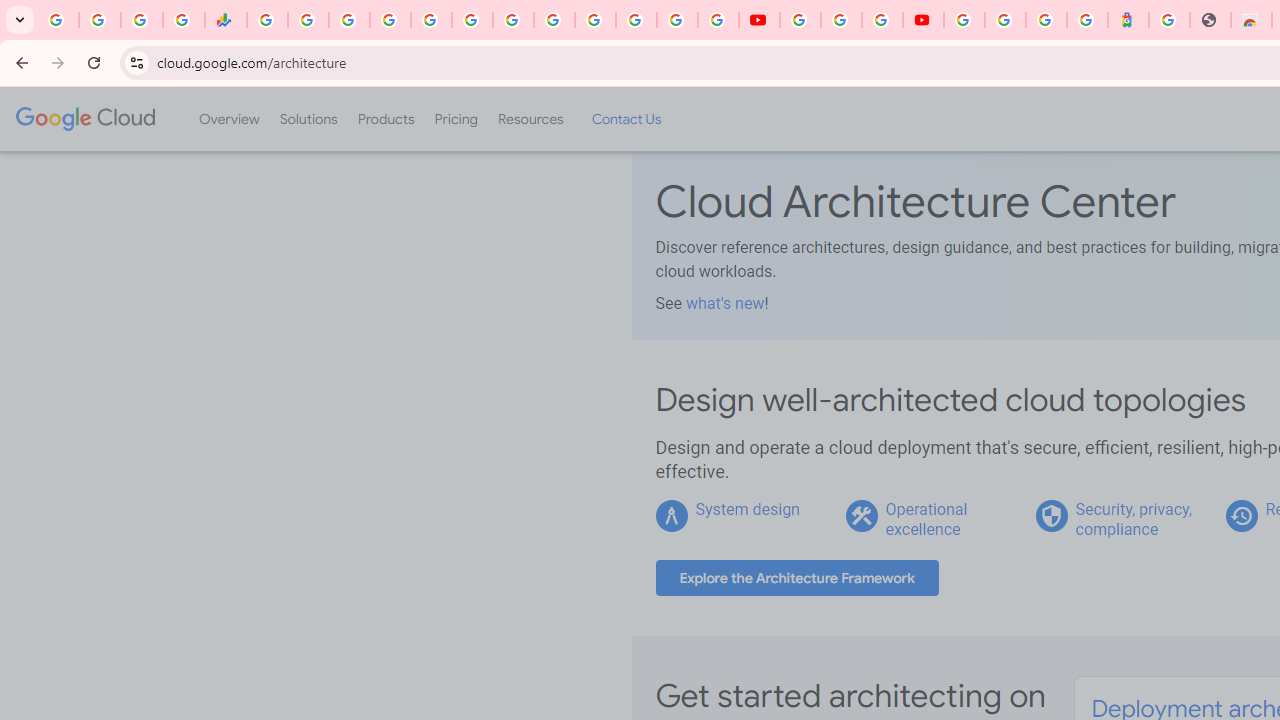 The width and height of the screenshot is (1280, 720). What do you see at coordinates (746, 508) in the screenshot?
I see `'System design'` at bounding box center [746, 508].